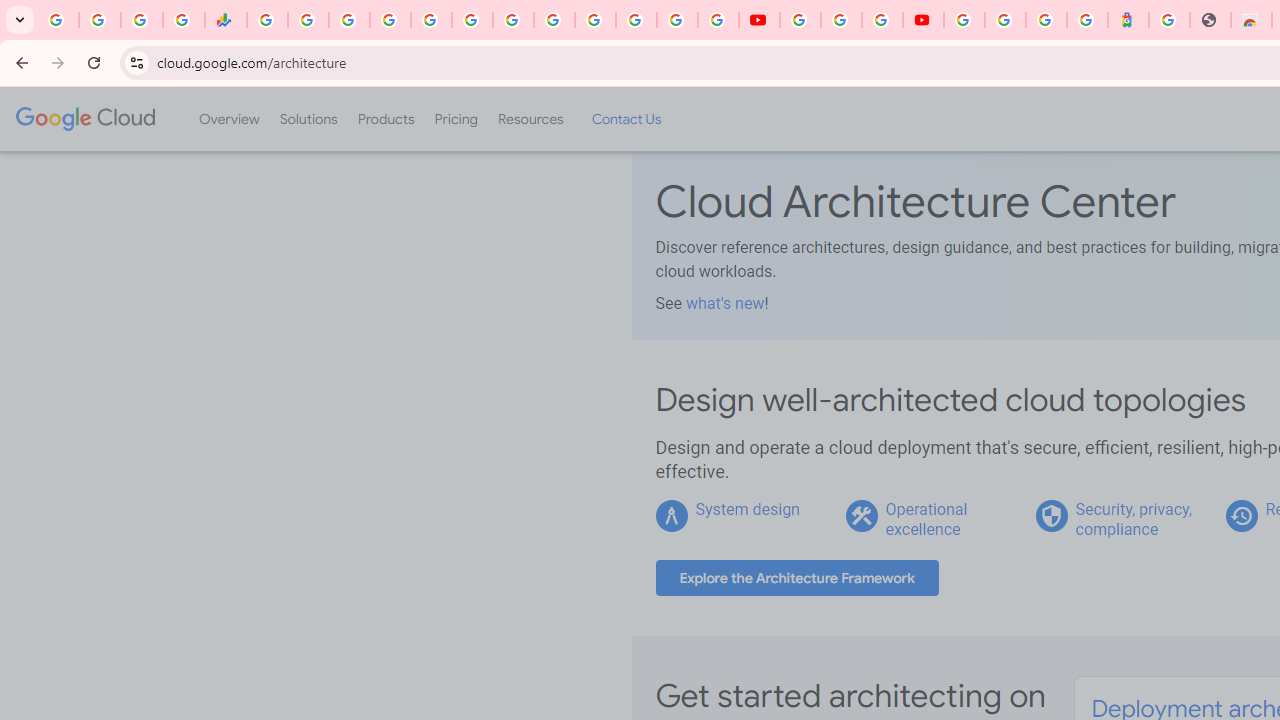 The width and height of the screenshot is (1280, 720). What do you see at coordinates (746, 508) in the screenshot?
I see `'System design'` at bounding box center [746, 508].